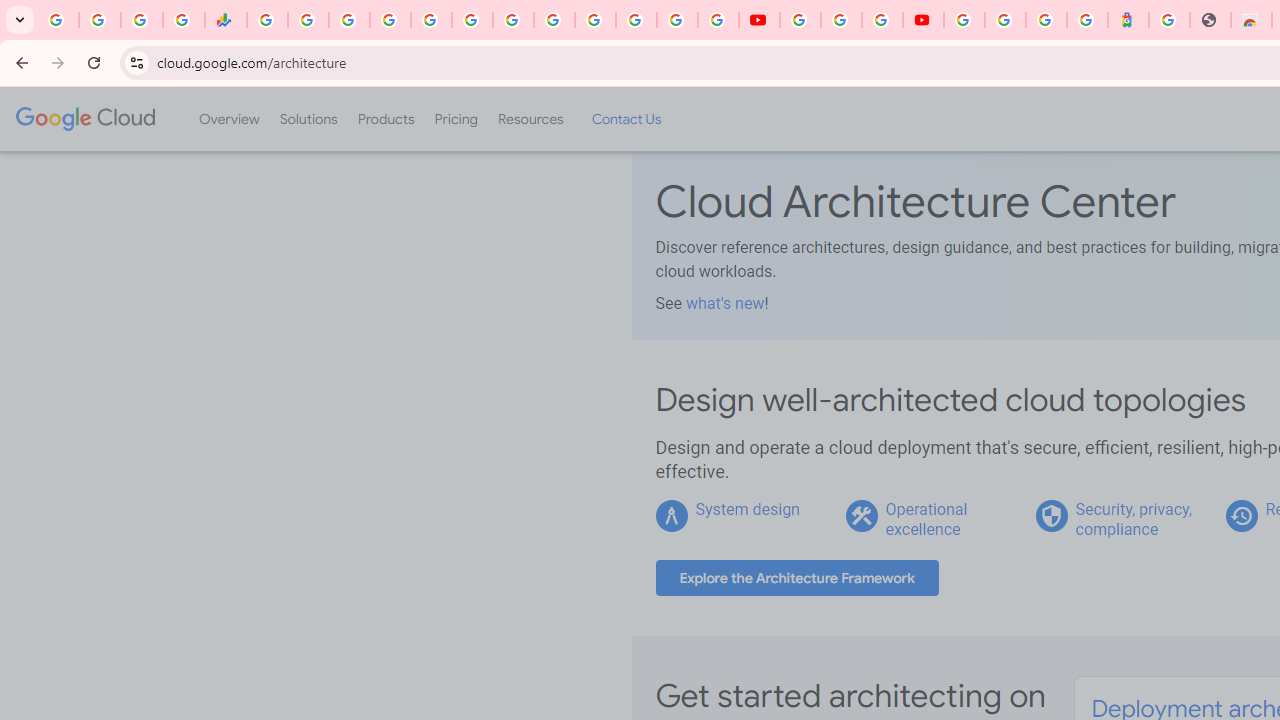 The width and height of the screenshot is (1280, 720). What do you see at coordinates (746, 508) in the screenshot?
I see `'System design'` at bounding box center [746, 508].